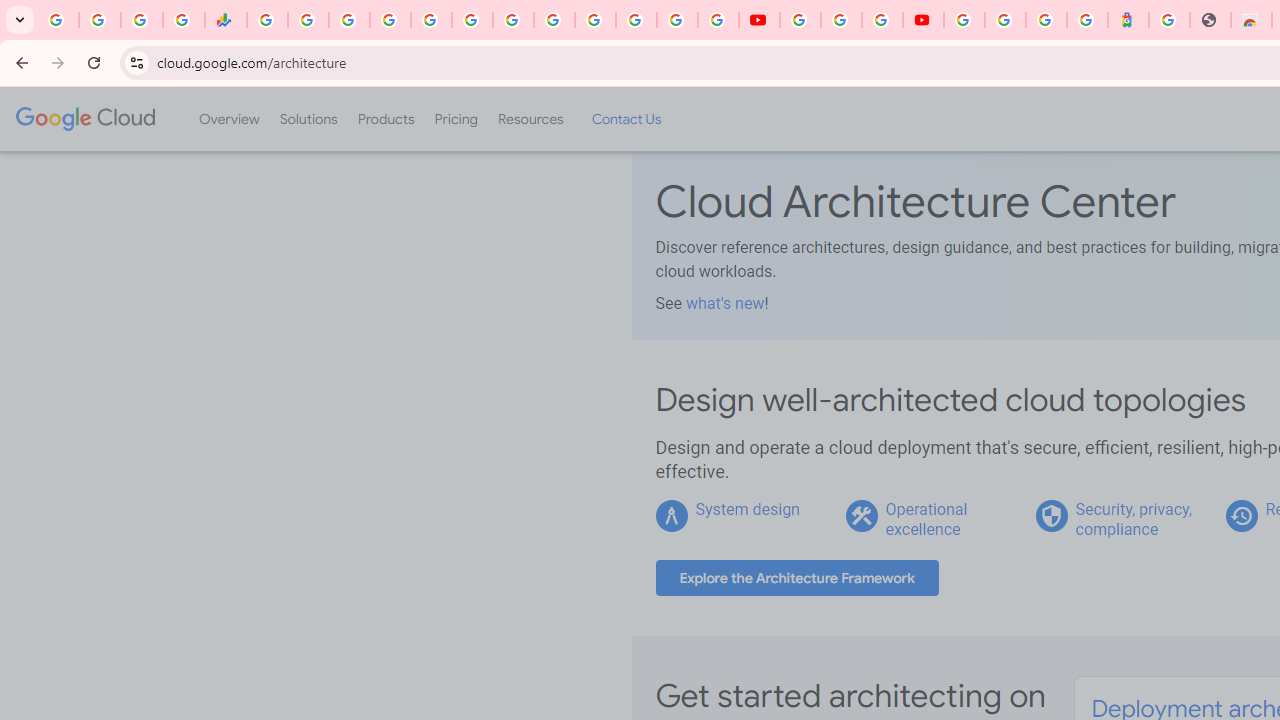 The width and height of the screenshot is (1280, 720). What do you see at coordinates (746, 508) in the screenshot?
I see `'System design'` at bounding box center [746, 508].